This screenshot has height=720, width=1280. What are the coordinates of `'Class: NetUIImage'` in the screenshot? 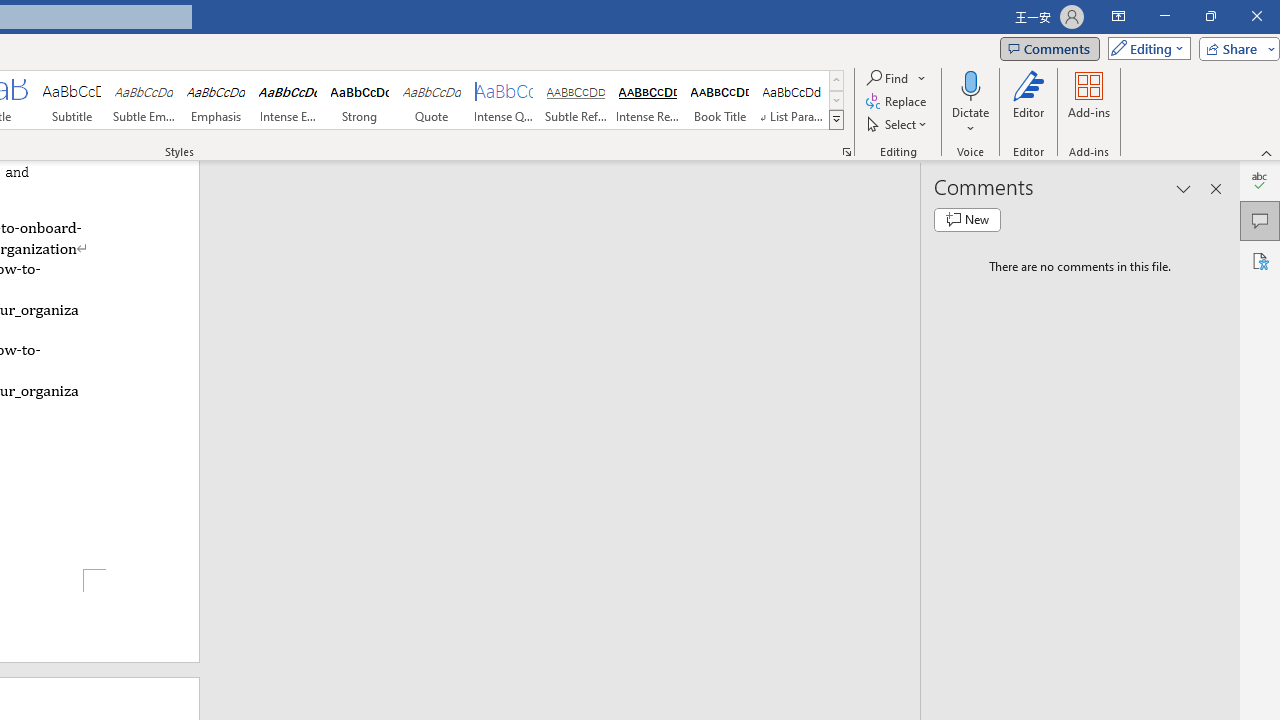 It's located at (837, 119).